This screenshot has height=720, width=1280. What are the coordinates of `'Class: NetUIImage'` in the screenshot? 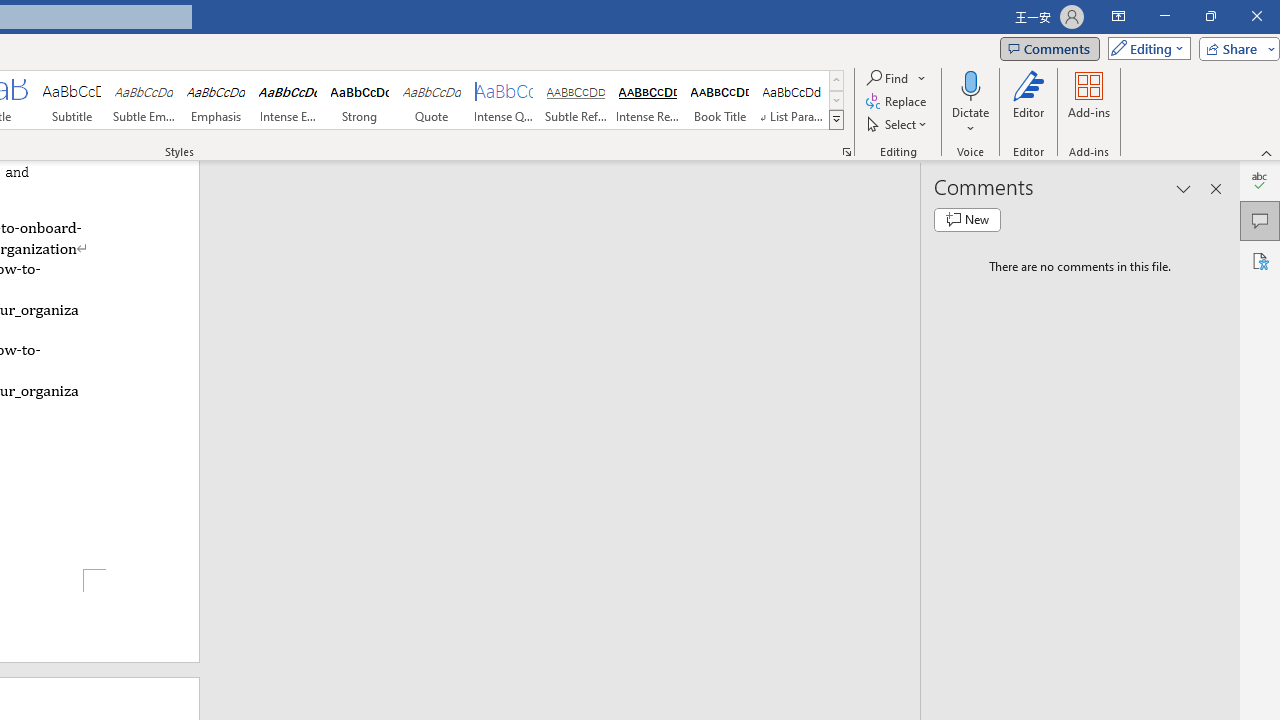 It's located at (837, 119).